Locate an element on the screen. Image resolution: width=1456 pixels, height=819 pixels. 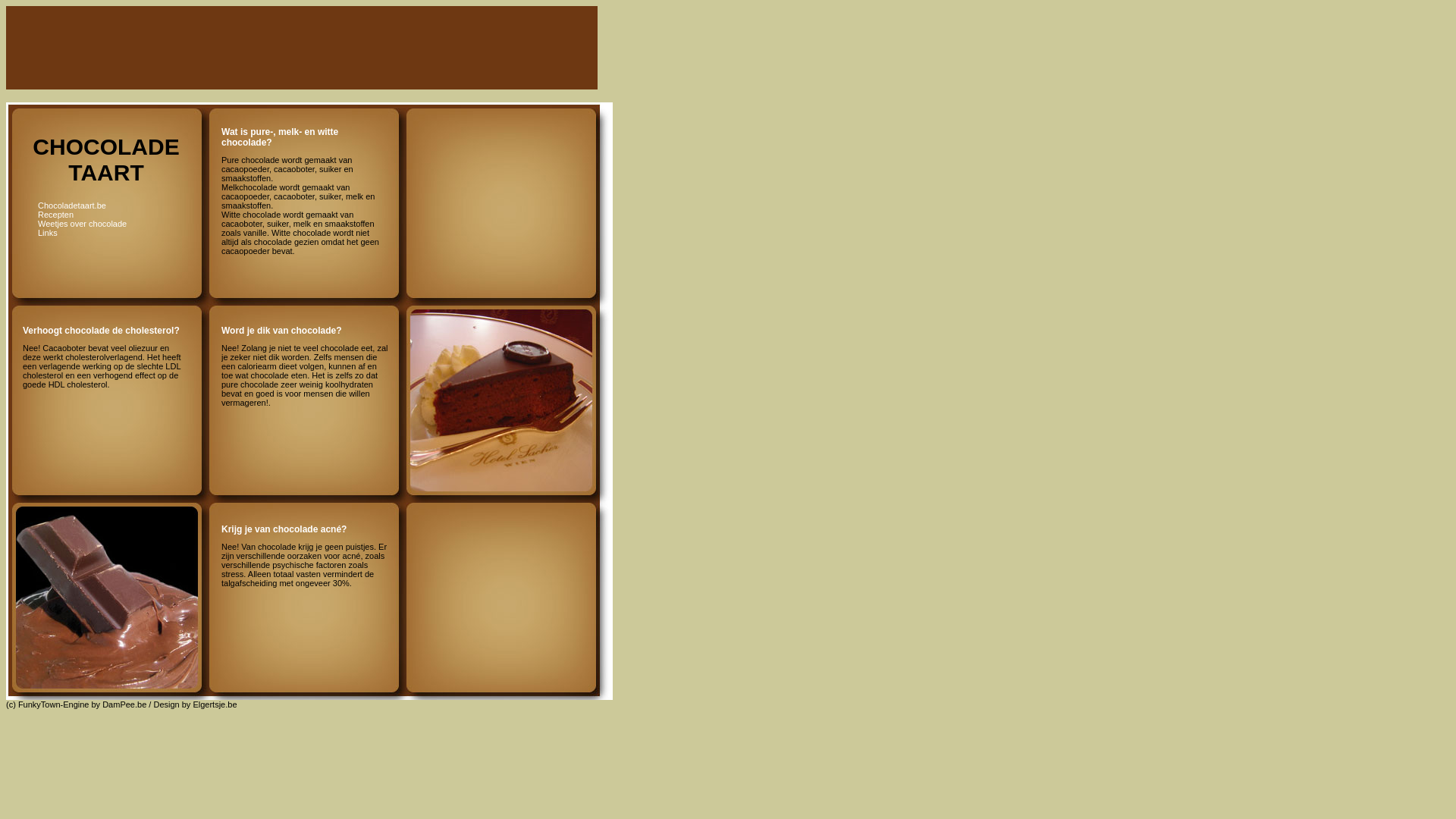
'DamPee.be' is located at coordinates (101, 704).